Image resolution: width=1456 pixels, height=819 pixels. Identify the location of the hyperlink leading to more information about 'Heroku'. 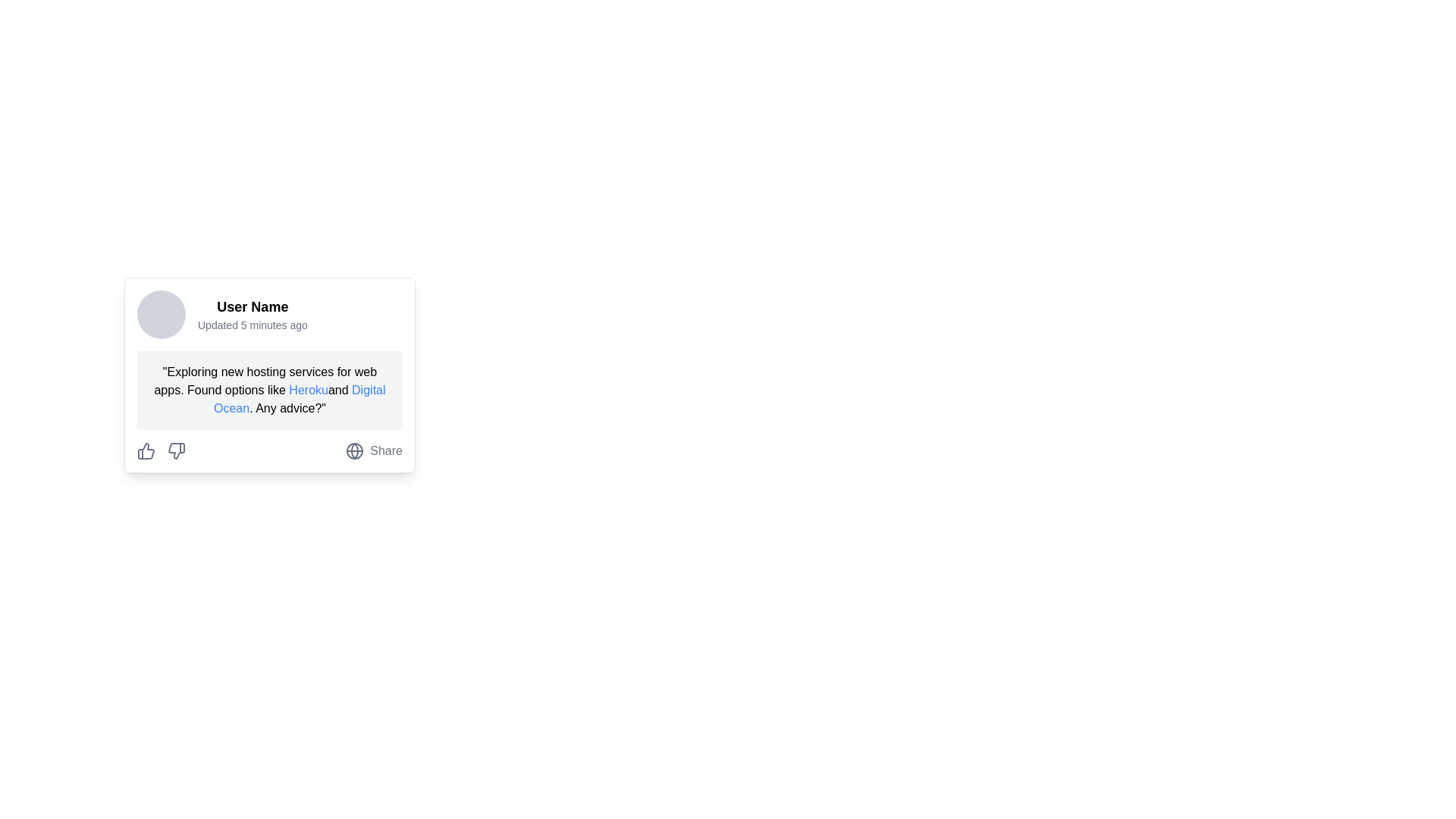
(308, 388).